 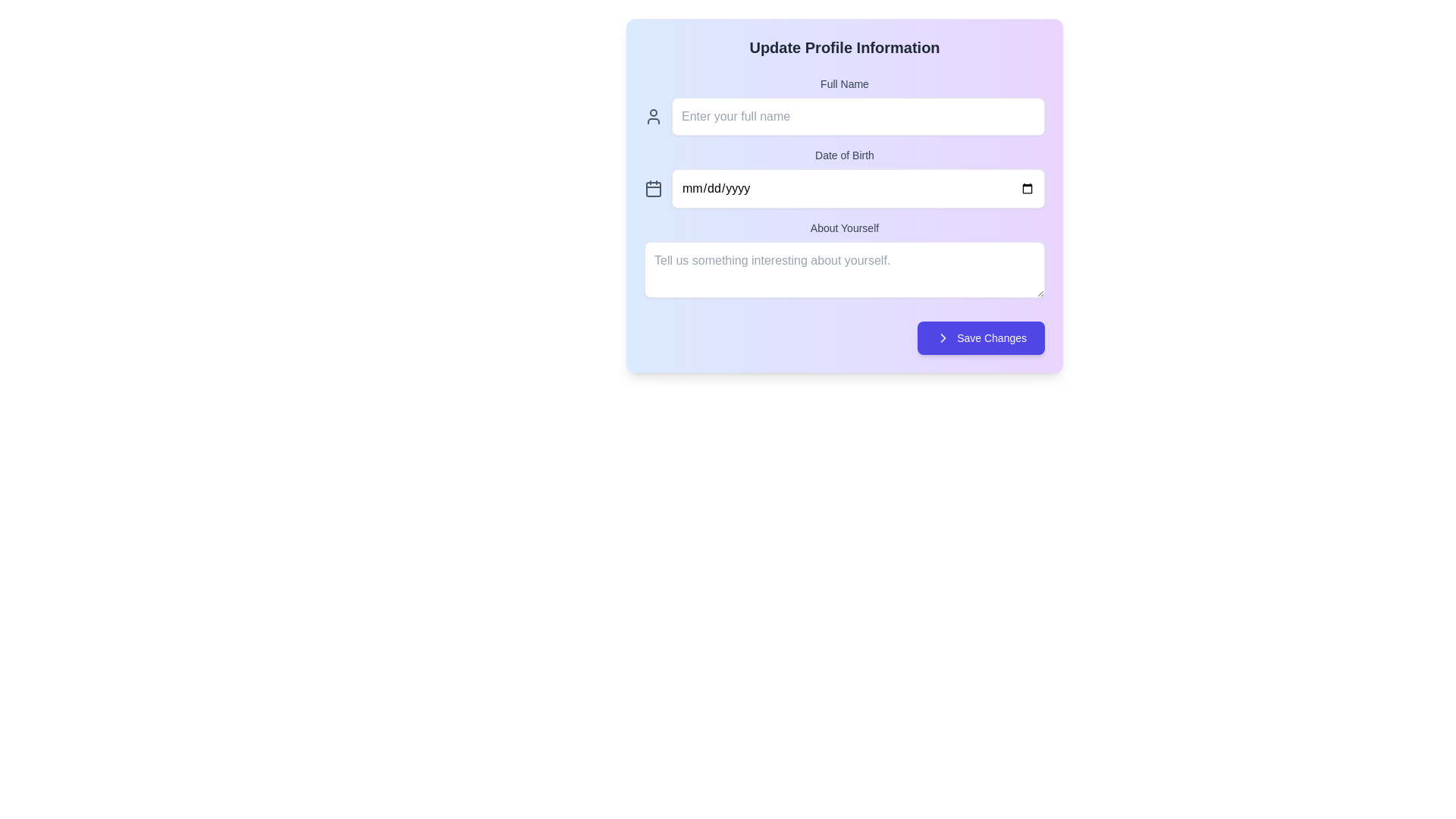 What do you see at coordinates (843, 155) in the screenshot?
I see `the 'Date of Birth' label that guides users to input their date of birth for tooltips` at bounding box center [843, 155].